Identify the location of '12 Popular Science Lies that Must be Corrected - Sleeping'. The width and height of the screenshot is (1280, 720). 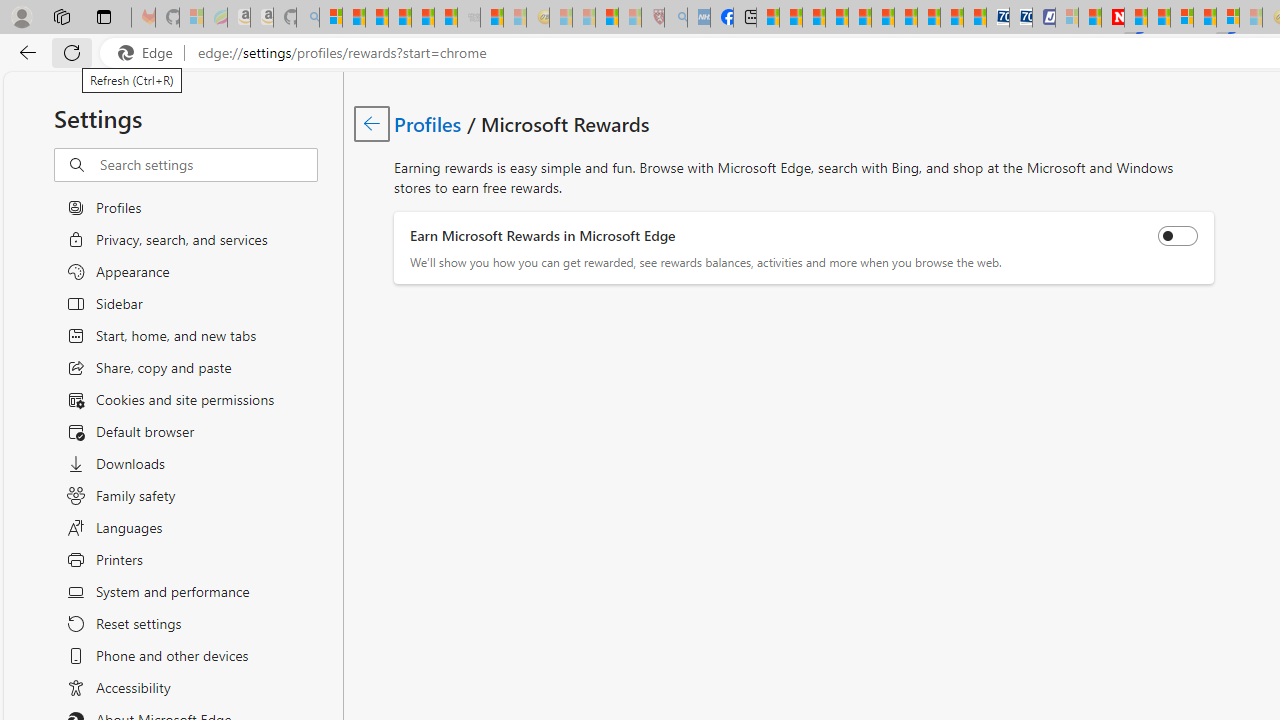
(629, 17).